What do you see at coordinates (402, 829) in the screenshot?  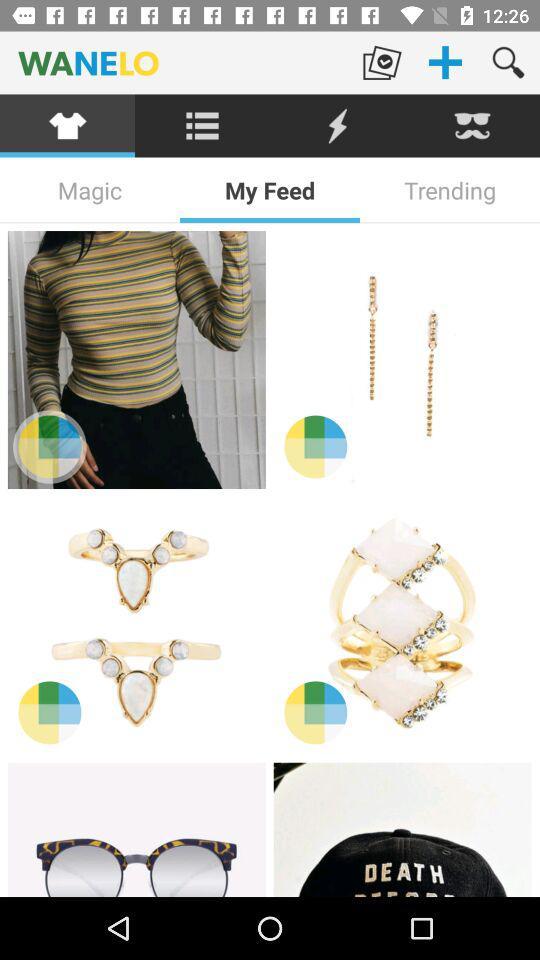 I see `product` at bounding box center [402, 829].